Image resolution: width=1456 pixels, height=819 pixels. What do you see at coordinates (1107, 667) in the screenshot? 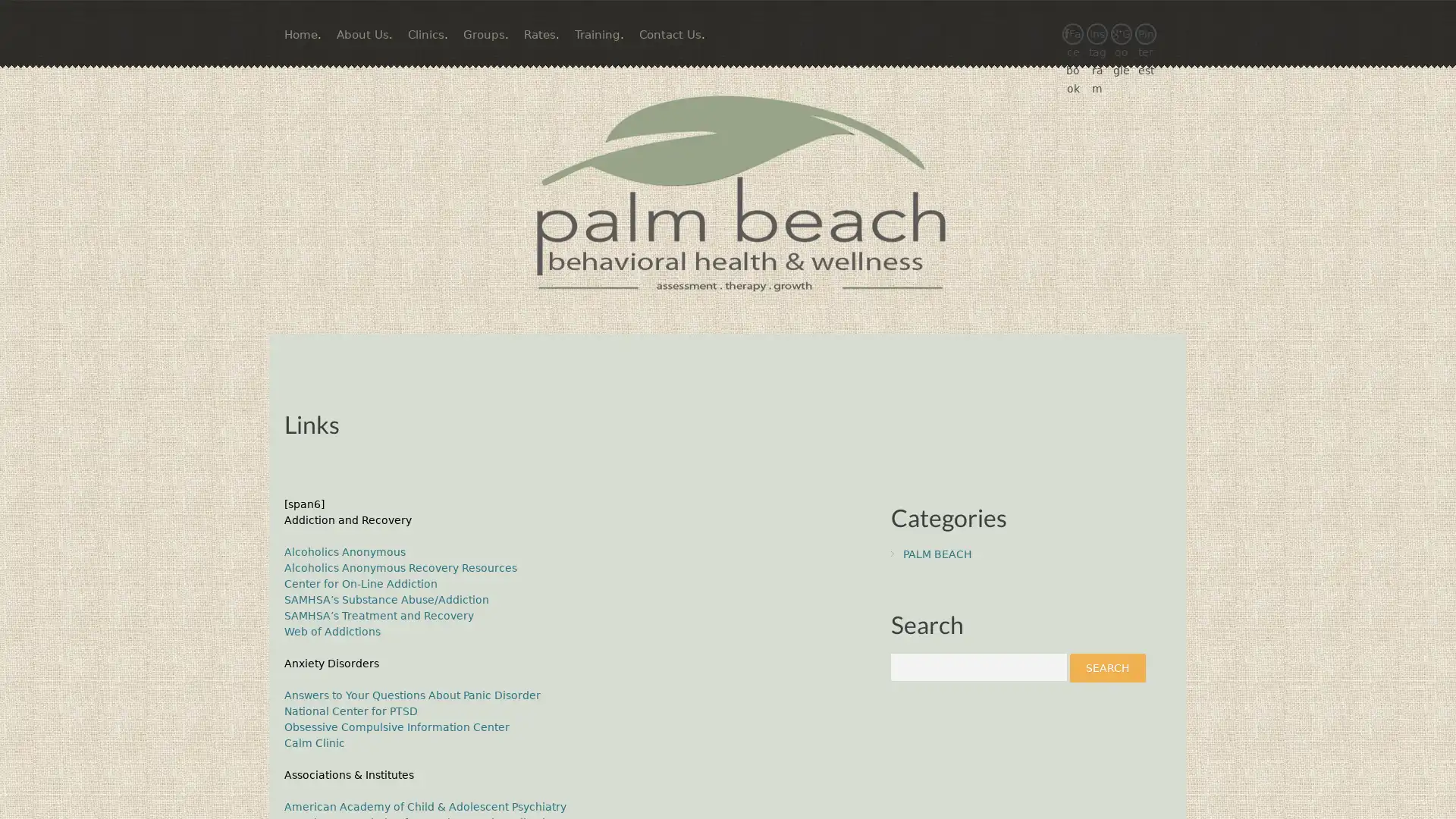
I see `search` at bounding box center [1107, 667].